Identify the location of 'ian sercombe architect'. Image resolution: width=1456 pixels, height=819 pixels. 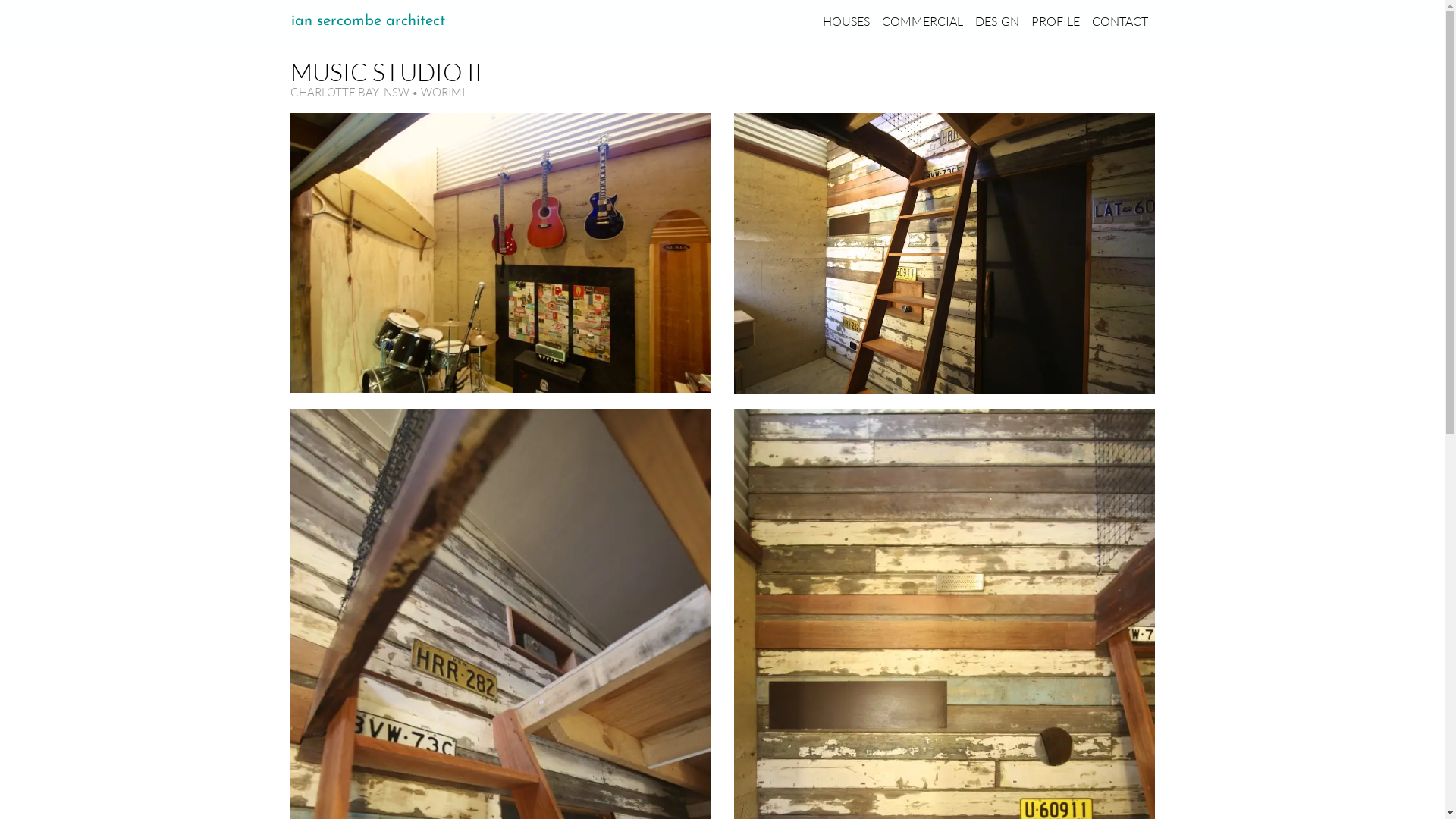
(368, 20).